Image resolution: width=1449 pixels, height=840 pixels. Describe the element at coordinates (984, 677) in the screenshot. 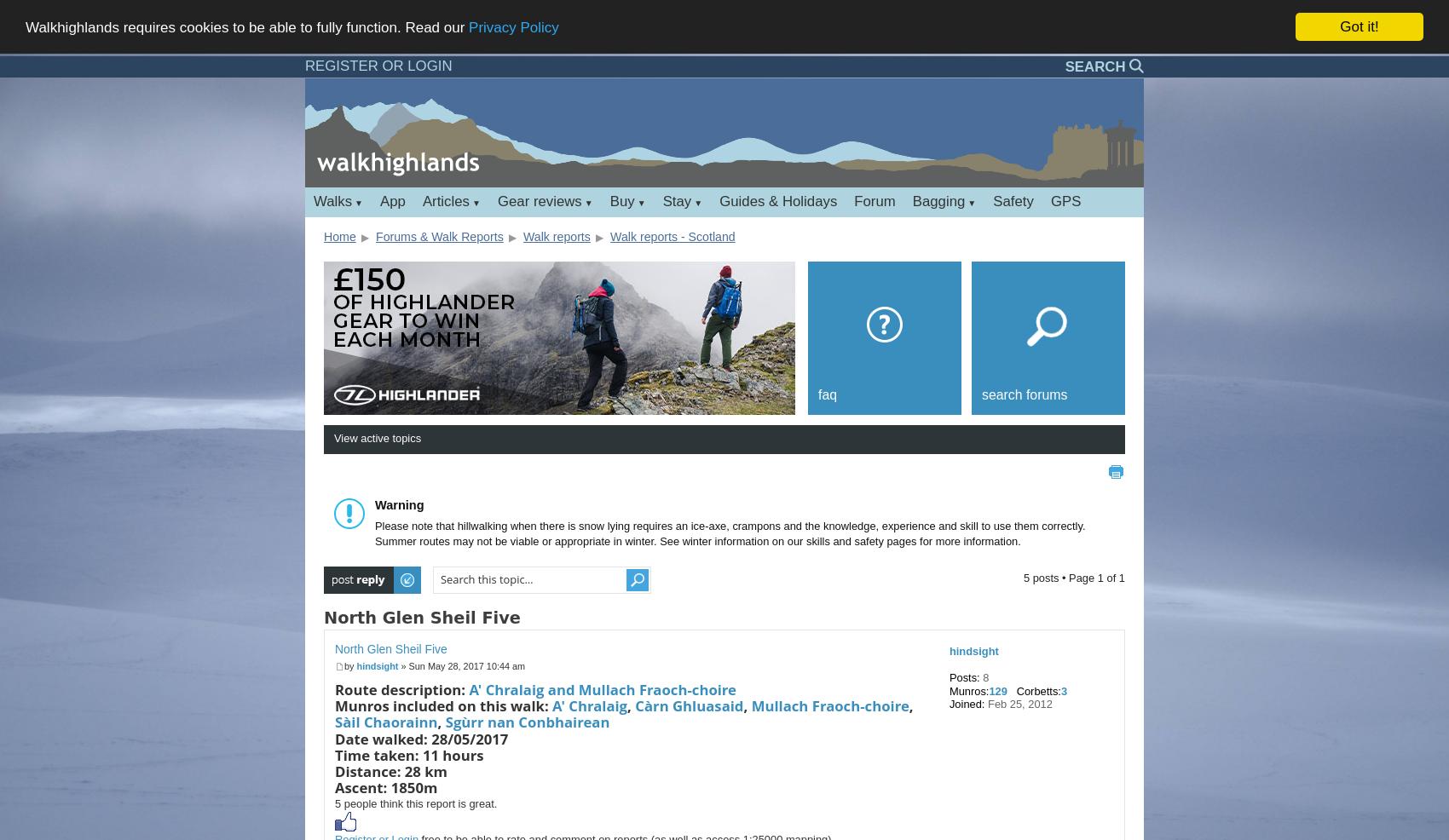

I see `'8'` at that location.